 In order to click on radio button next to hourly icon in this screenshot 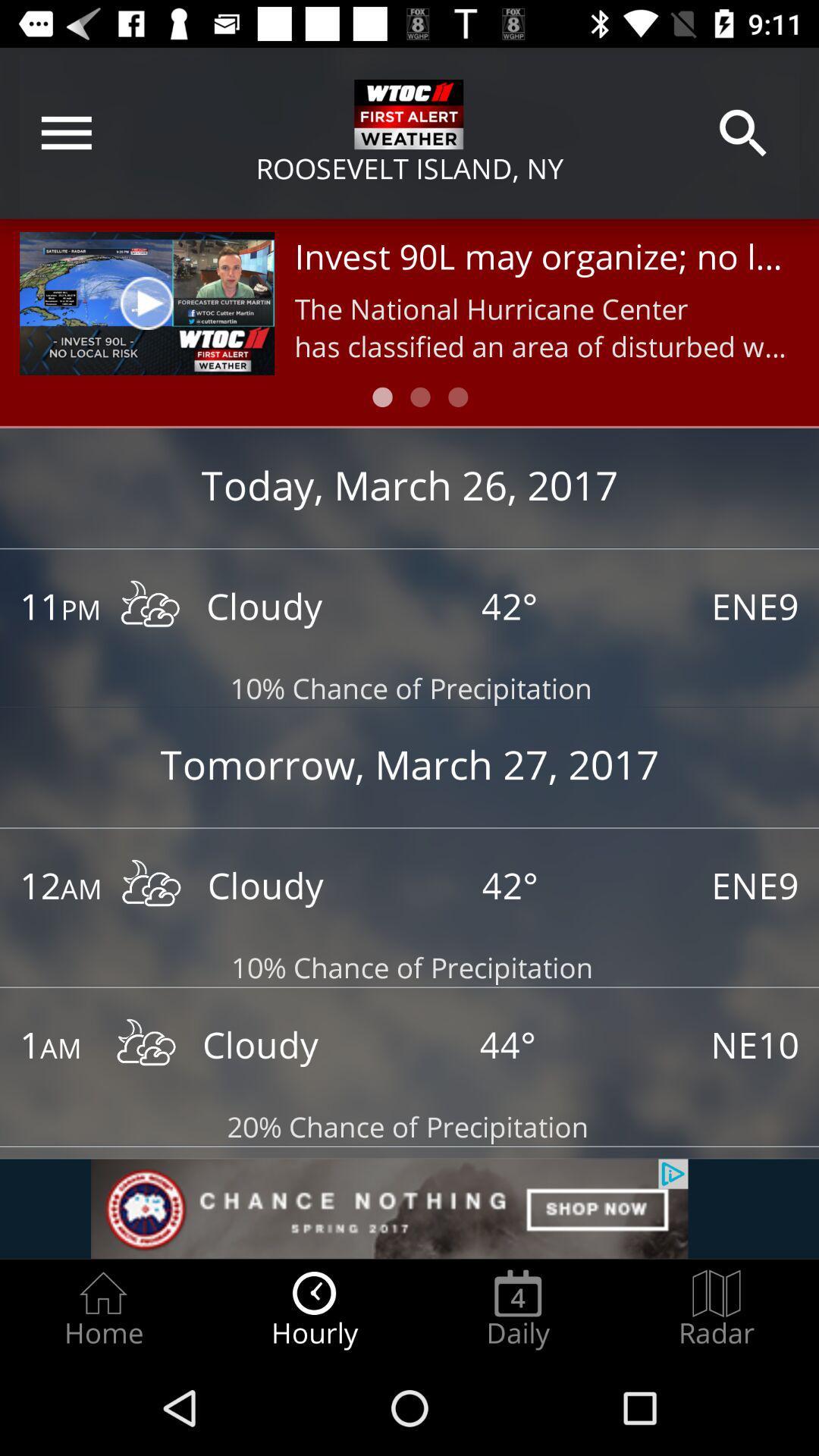, I will do `click(517, 1309)`.